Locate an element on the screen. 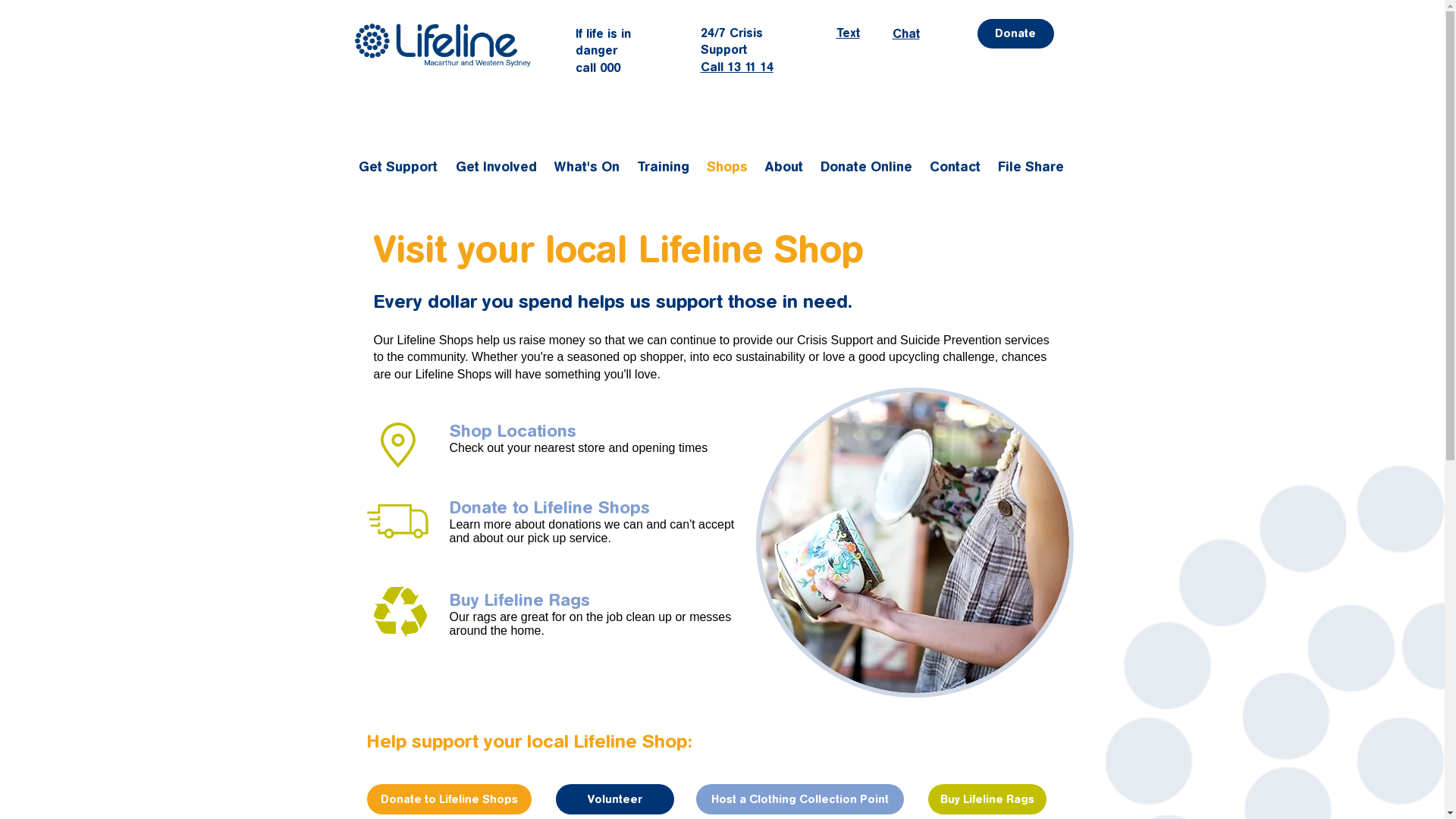 The height and width of the screenshot is (819, 1456). 'Shop Locations' is located at coordinates (447, 431).